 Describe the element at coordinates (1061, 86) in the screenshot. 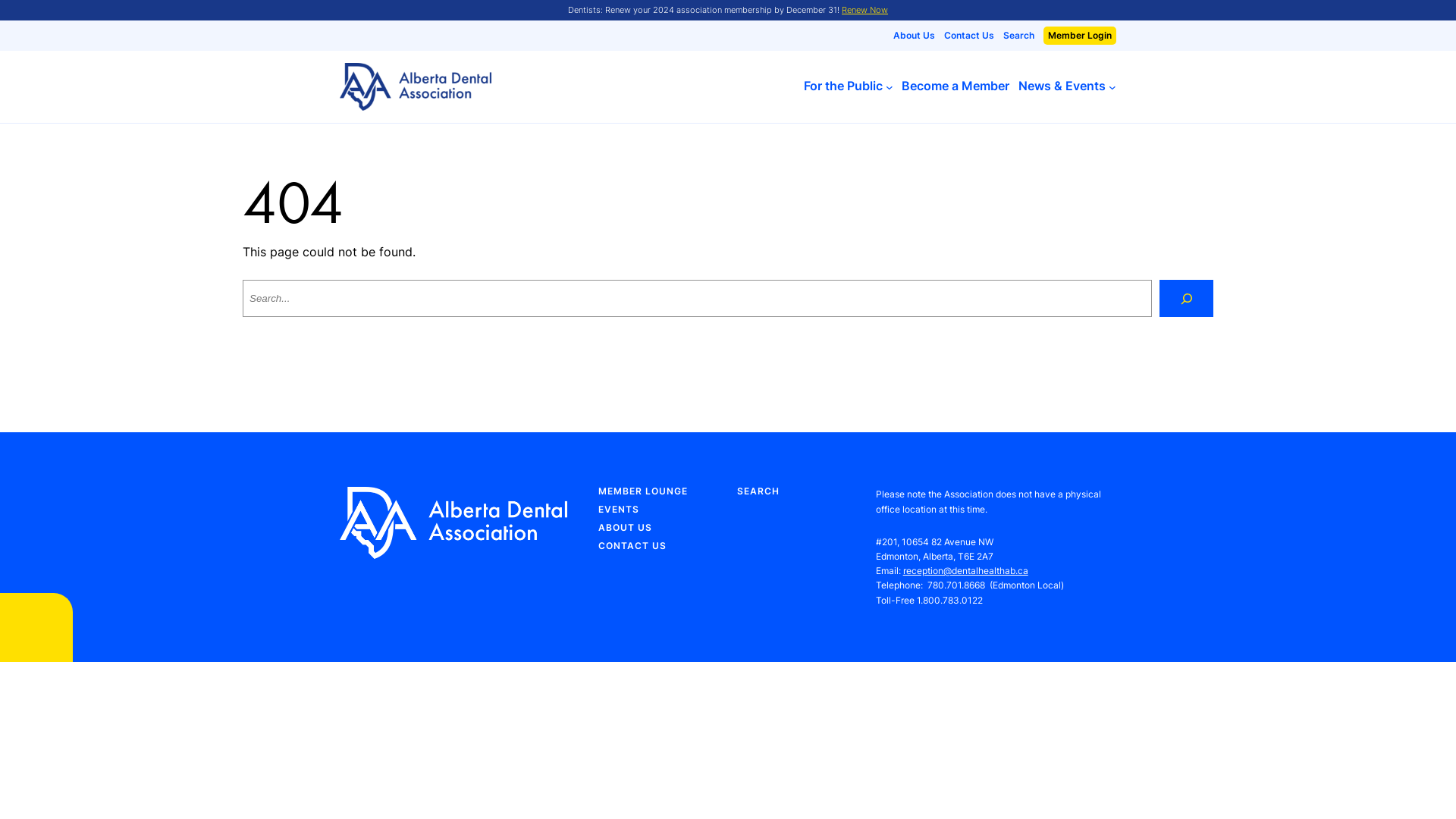

I see `'News & Events'` at that location.